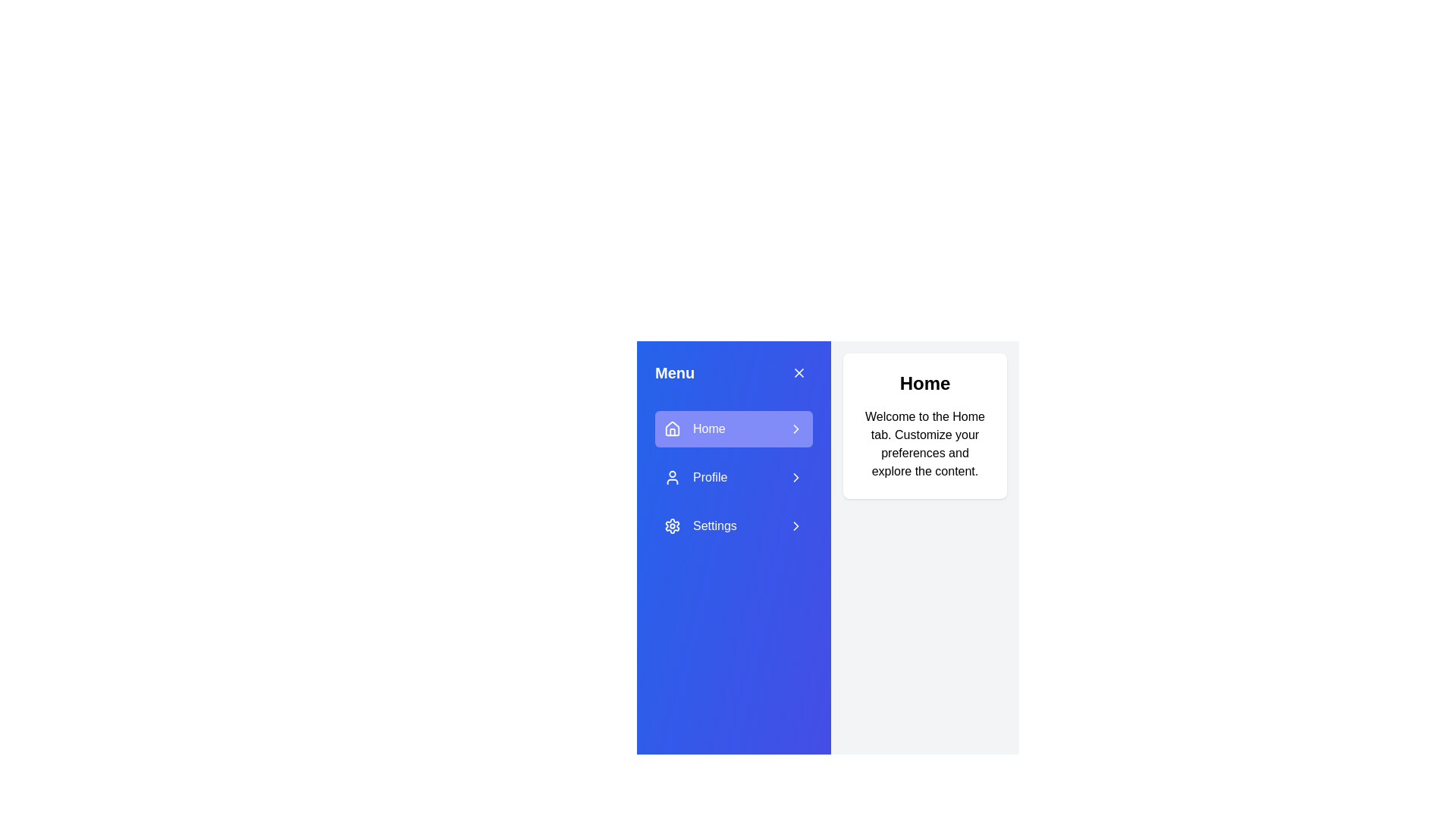  What do you see at coordinates (795, 476) in the screenshot?
I see `the Chevron icon located on the far-right side of the 'Profile' row` at bounding box center [795, 476].